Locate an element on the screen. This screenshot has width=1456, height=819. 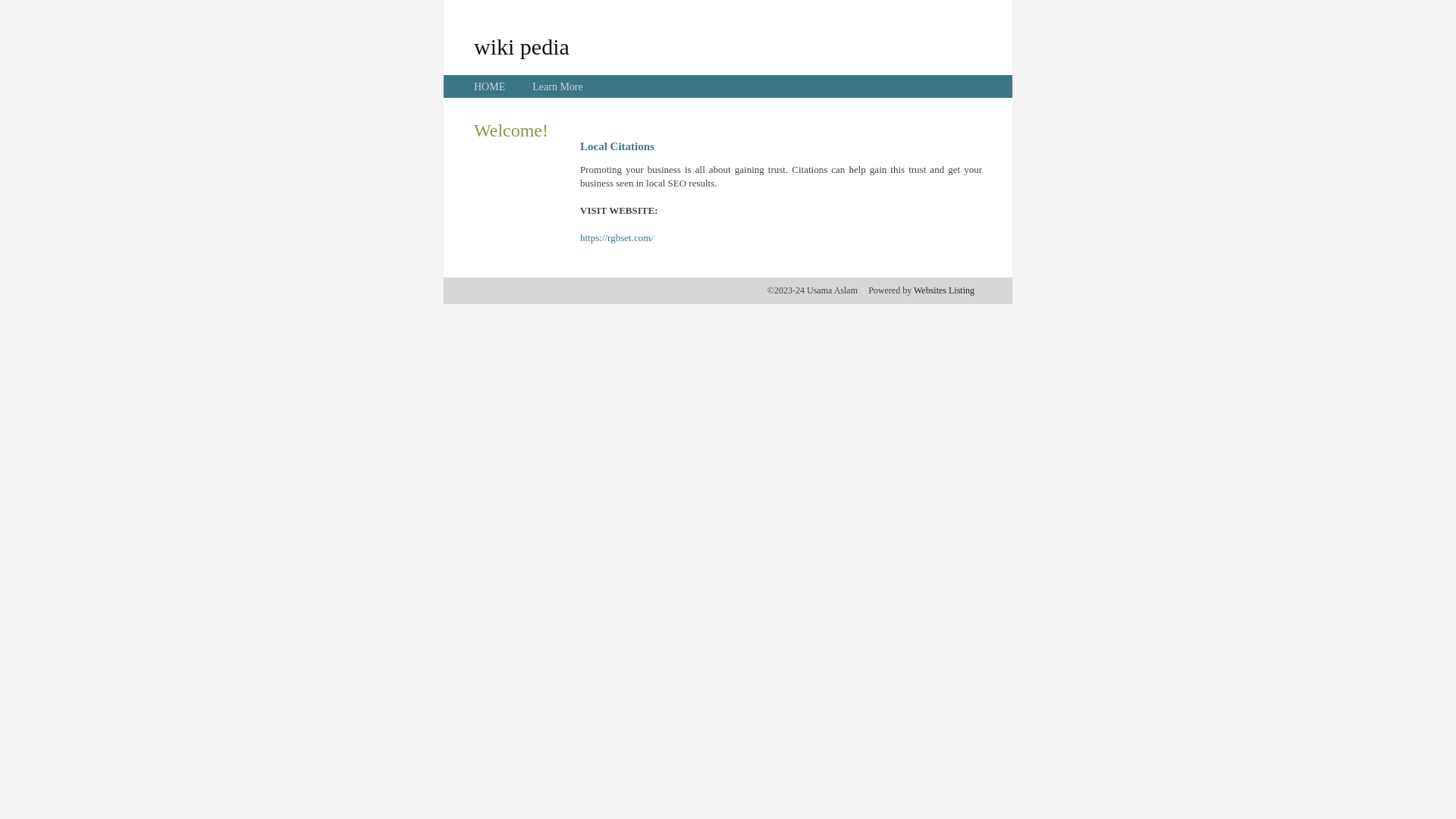
'wiki pedia' is located at coordinates (521, 45).